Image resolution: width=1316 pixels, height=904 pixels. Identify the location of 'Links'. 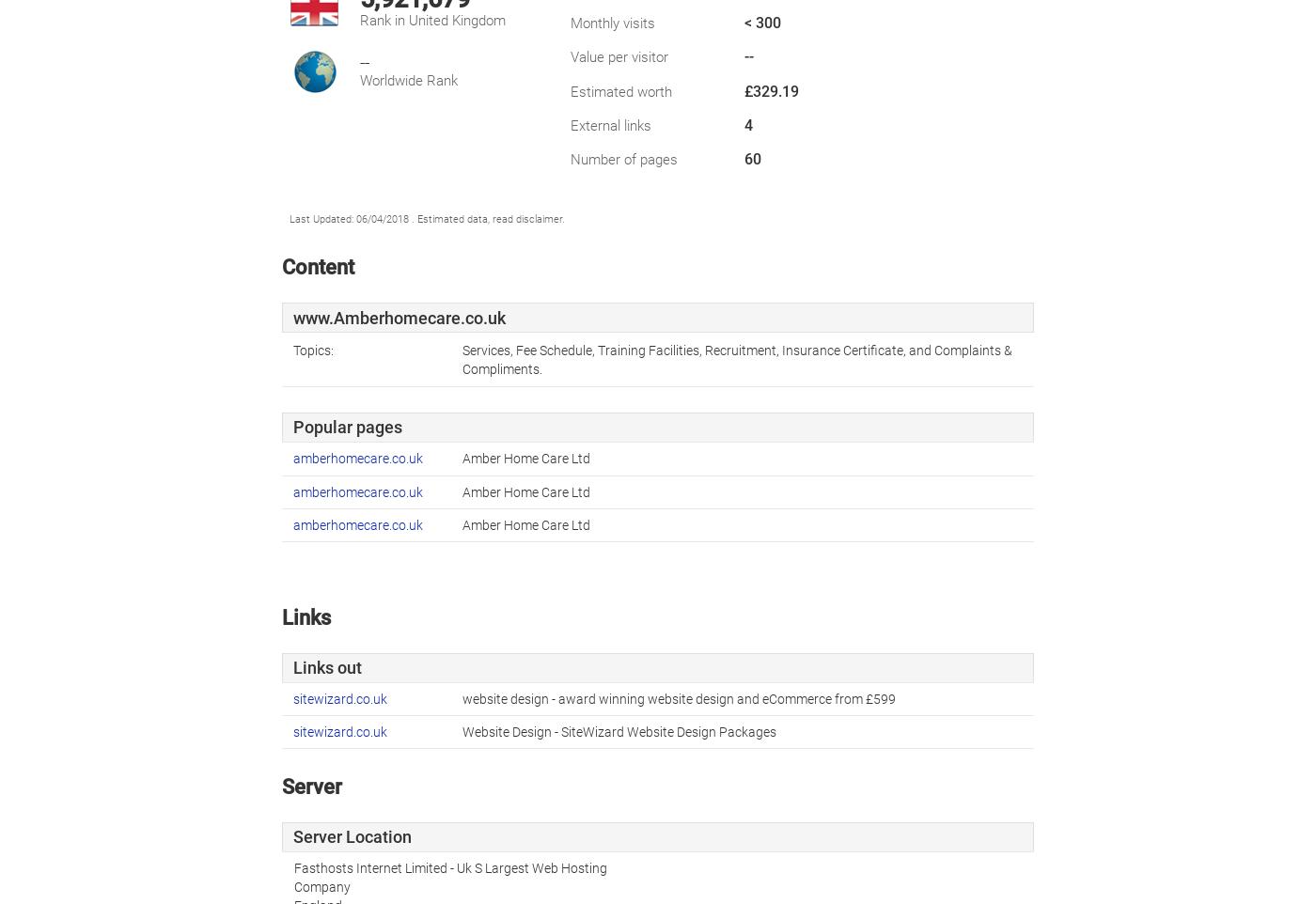
(306, 617).